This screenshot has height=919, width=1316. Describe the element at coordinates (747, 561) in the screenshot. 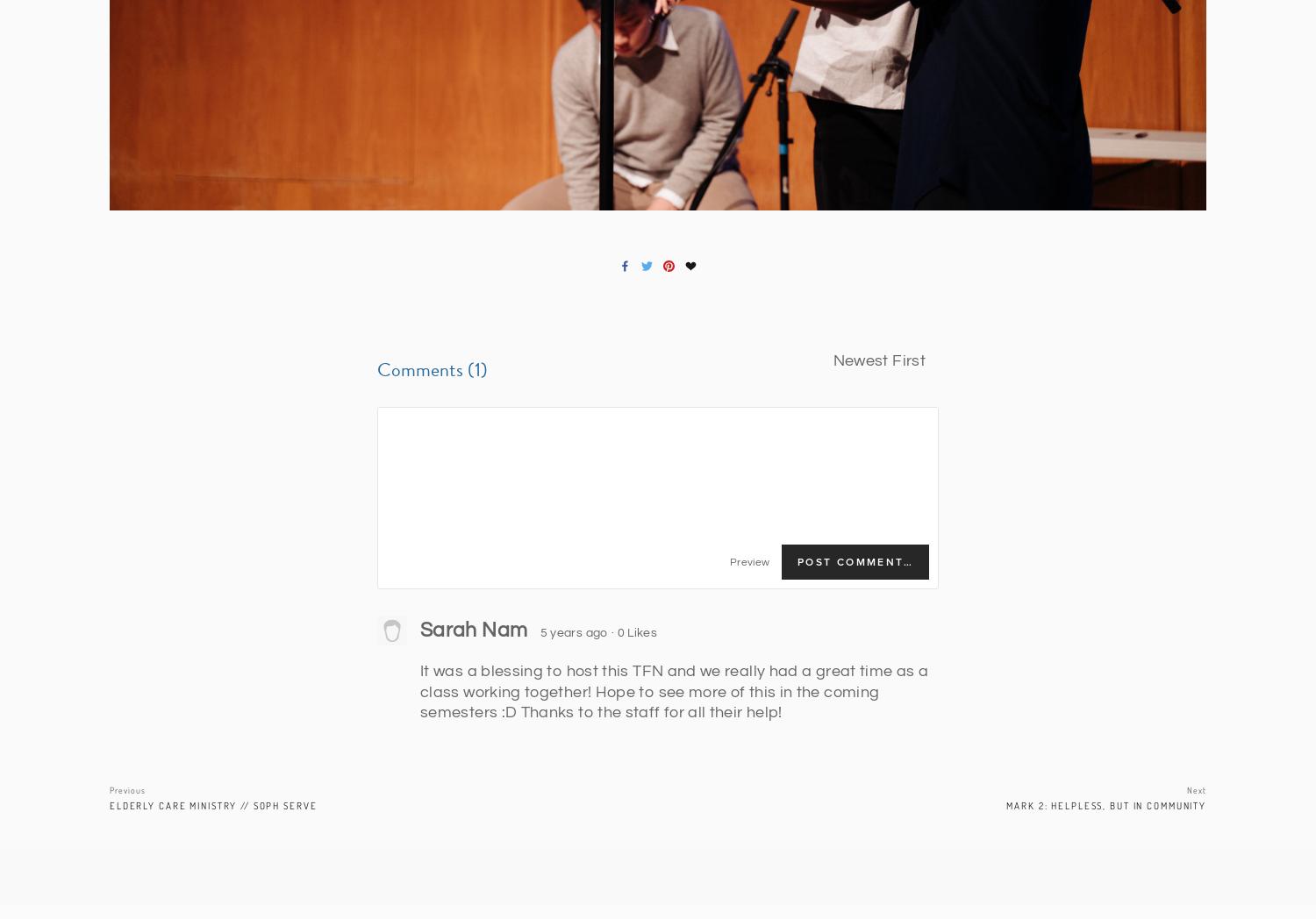

I see `'Preview'` at that location.